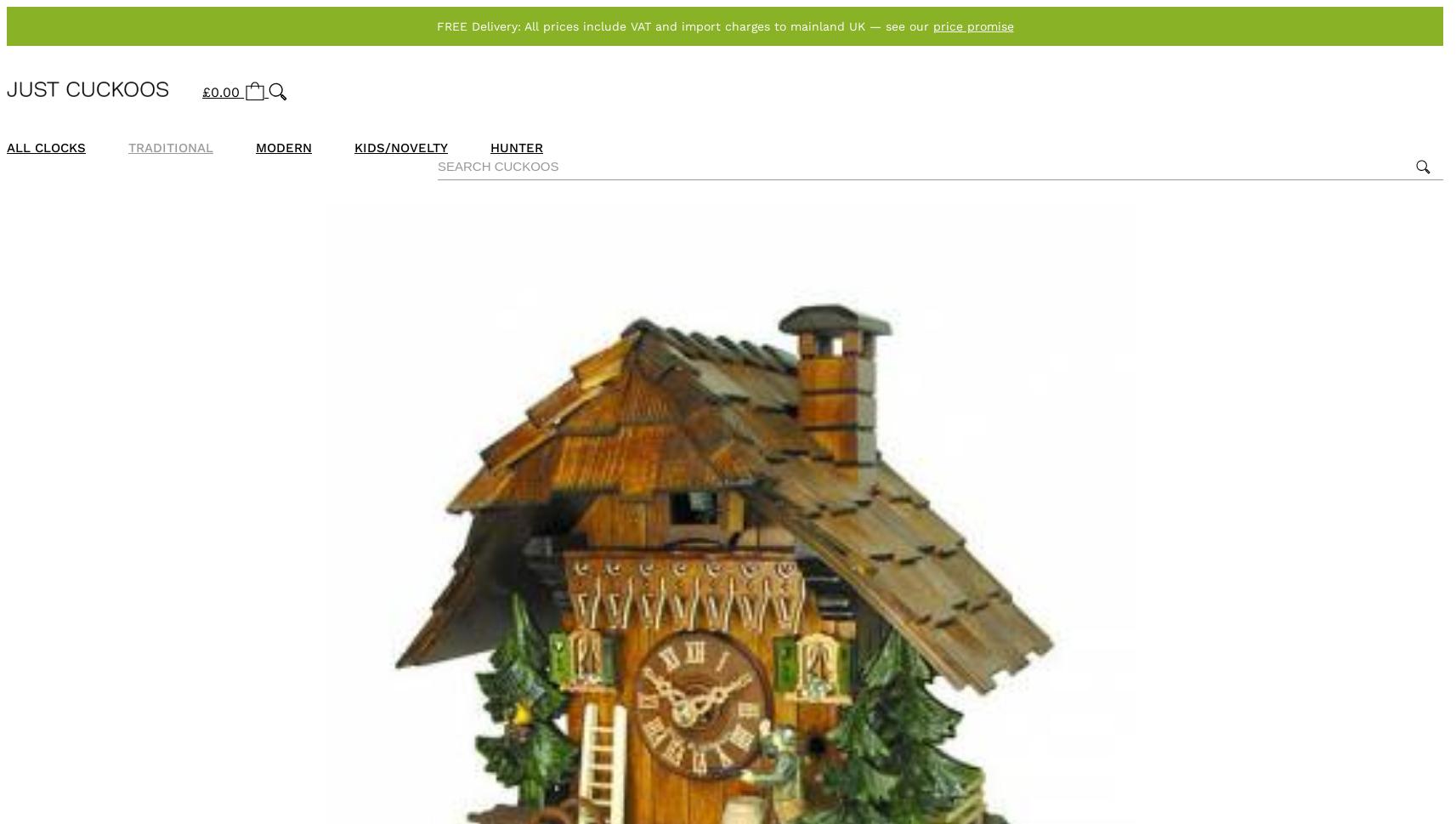 The height and width of the screenshot is (824, 1456). Describe the element at coordinates (516, 147) in the screenshot. I see `'Hunter'` at that location.